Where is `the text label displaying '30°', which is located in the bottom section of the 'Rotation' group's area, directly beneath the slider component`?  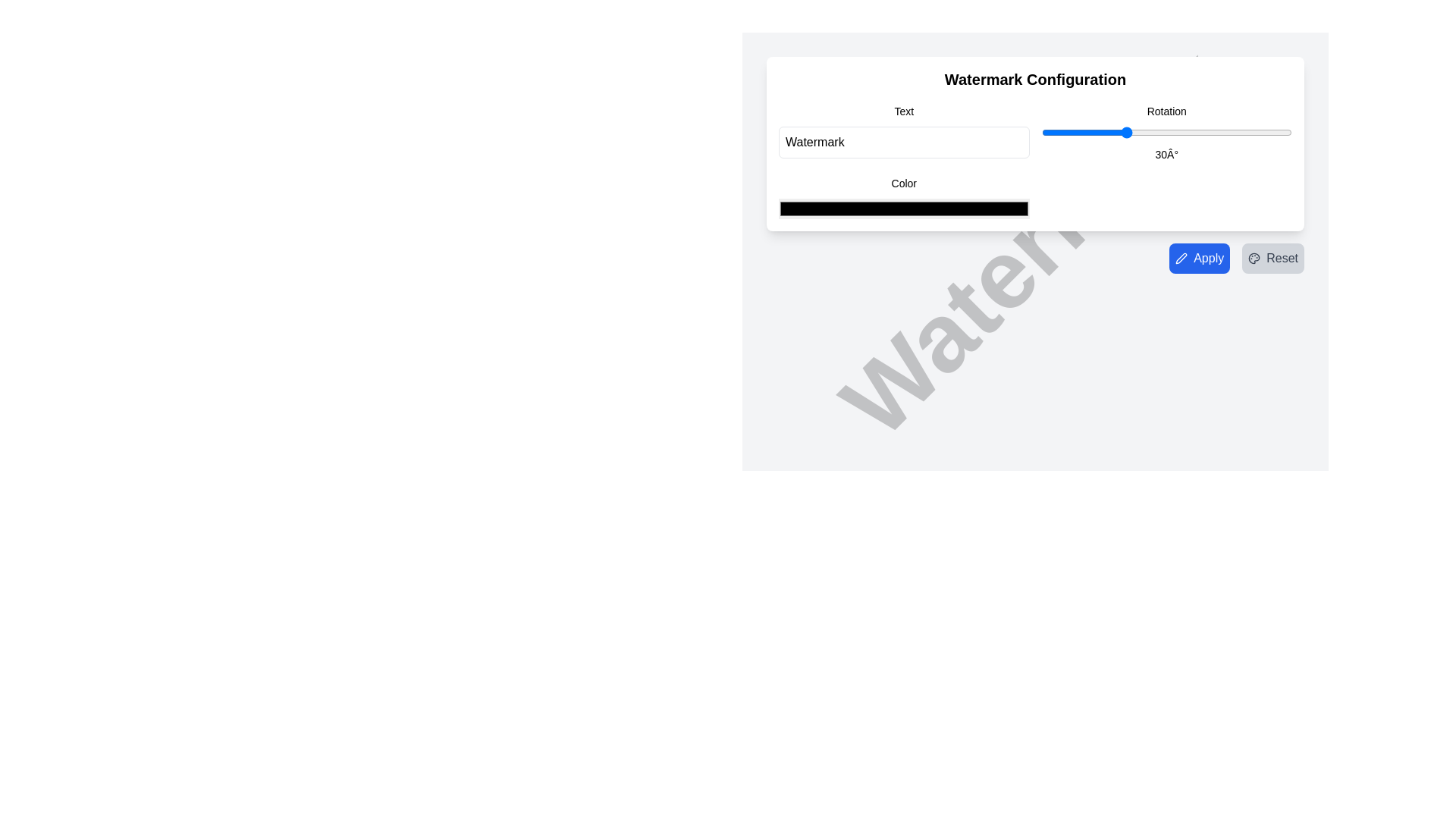
the text label displaying '30°', which is located in the bottom section of the 'Rotation' group's area, directly beneath the slider component is located at coordinates (1166, 155).